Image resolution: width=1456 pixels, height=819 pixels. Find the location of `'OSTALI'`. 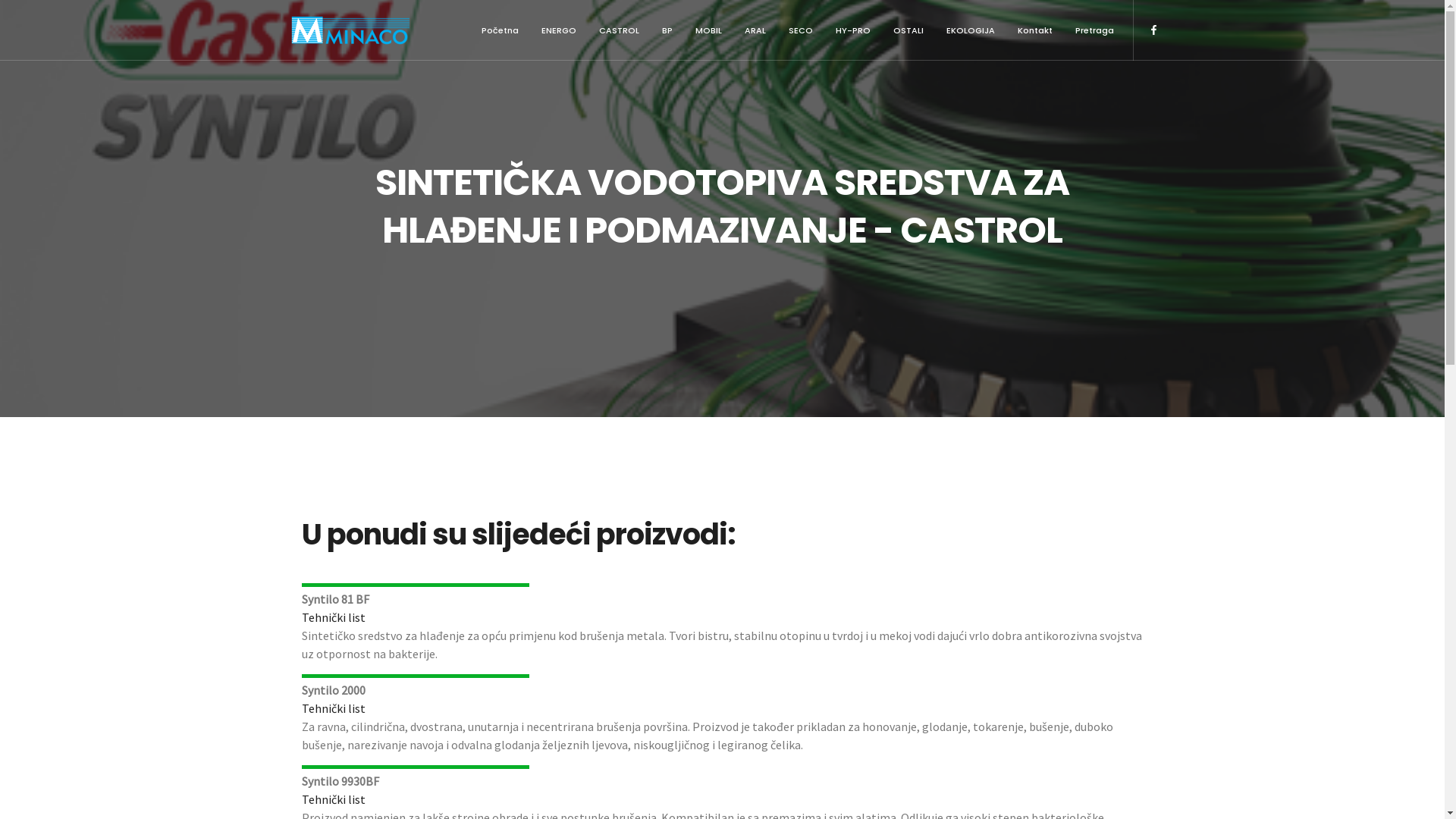

'OSTALI' is located at coordinates (880, 30).